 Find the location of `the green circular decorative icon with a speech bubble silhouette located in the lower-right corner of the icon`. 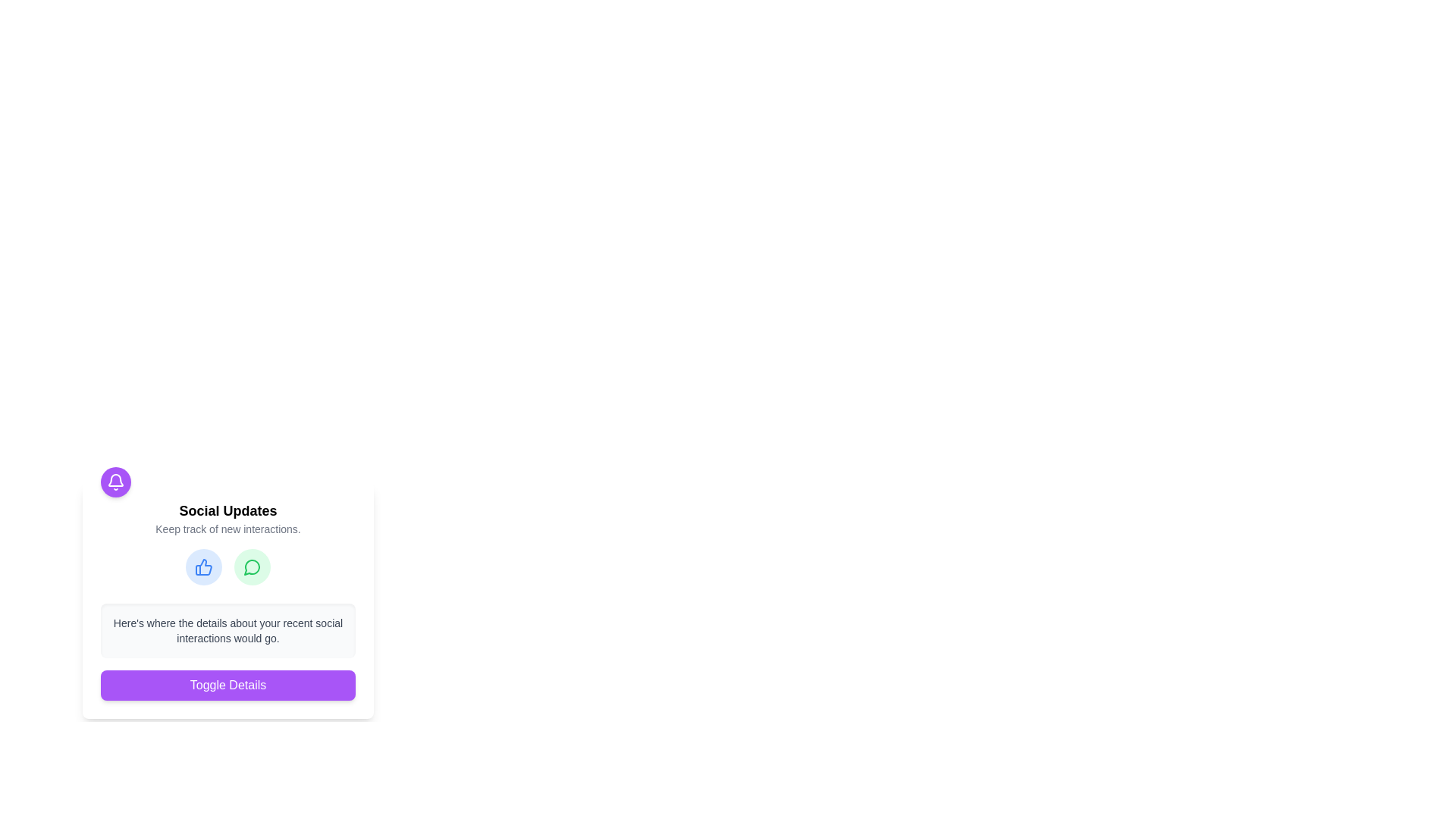

the green circular decorative icon with a speech bubble silhouette located in the lower-right corner of the icon is located at coordinates (252, 567).